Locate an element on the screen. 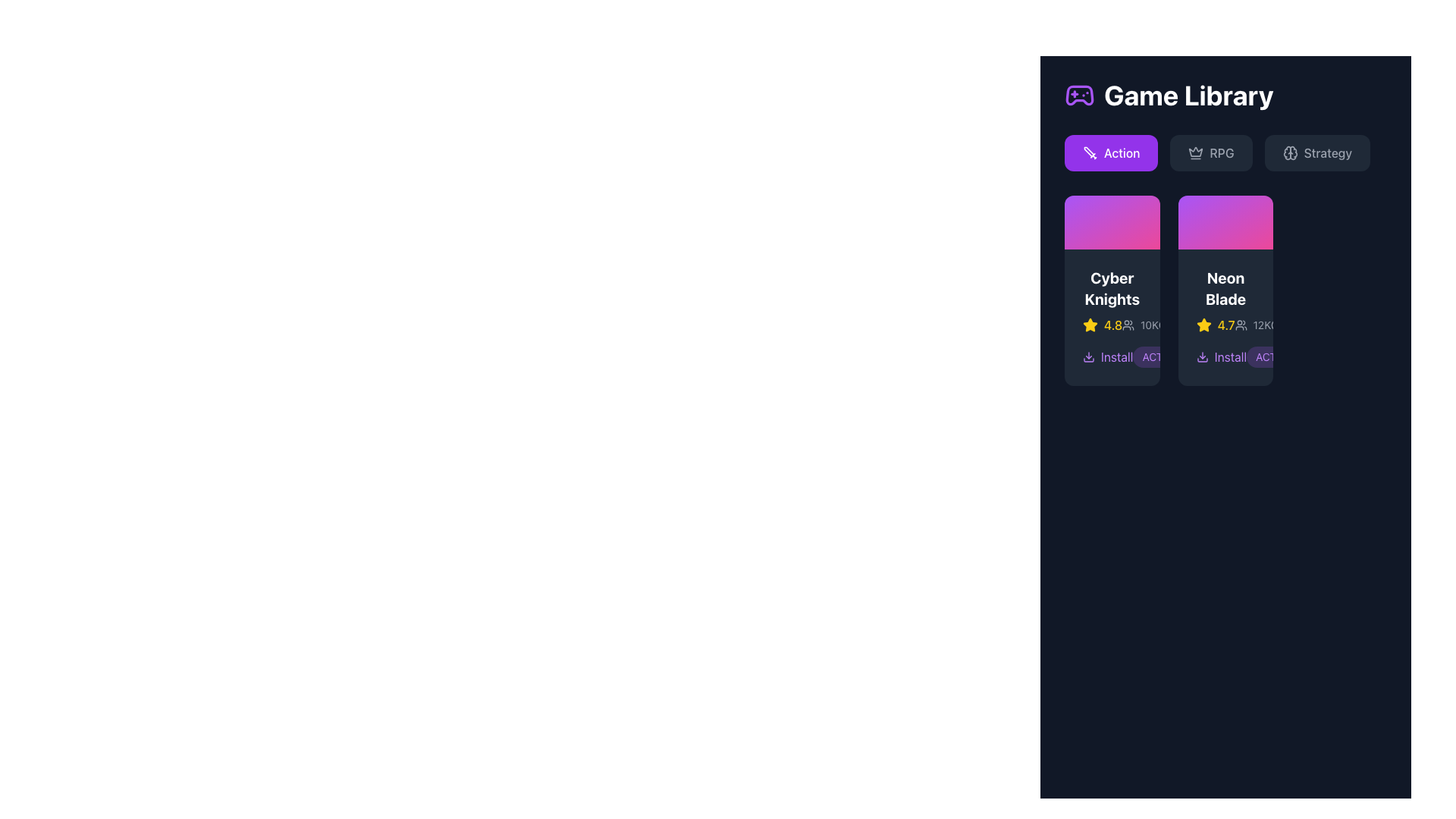 Image resolution: width=1456 pixels, height=819 pixels. the non-interactive text label representing the game category or genre located at the top-right corner of the 'Game Library' section, next to the 'Action' and 'RPG' buttons is located at coordinates (1327, 152).